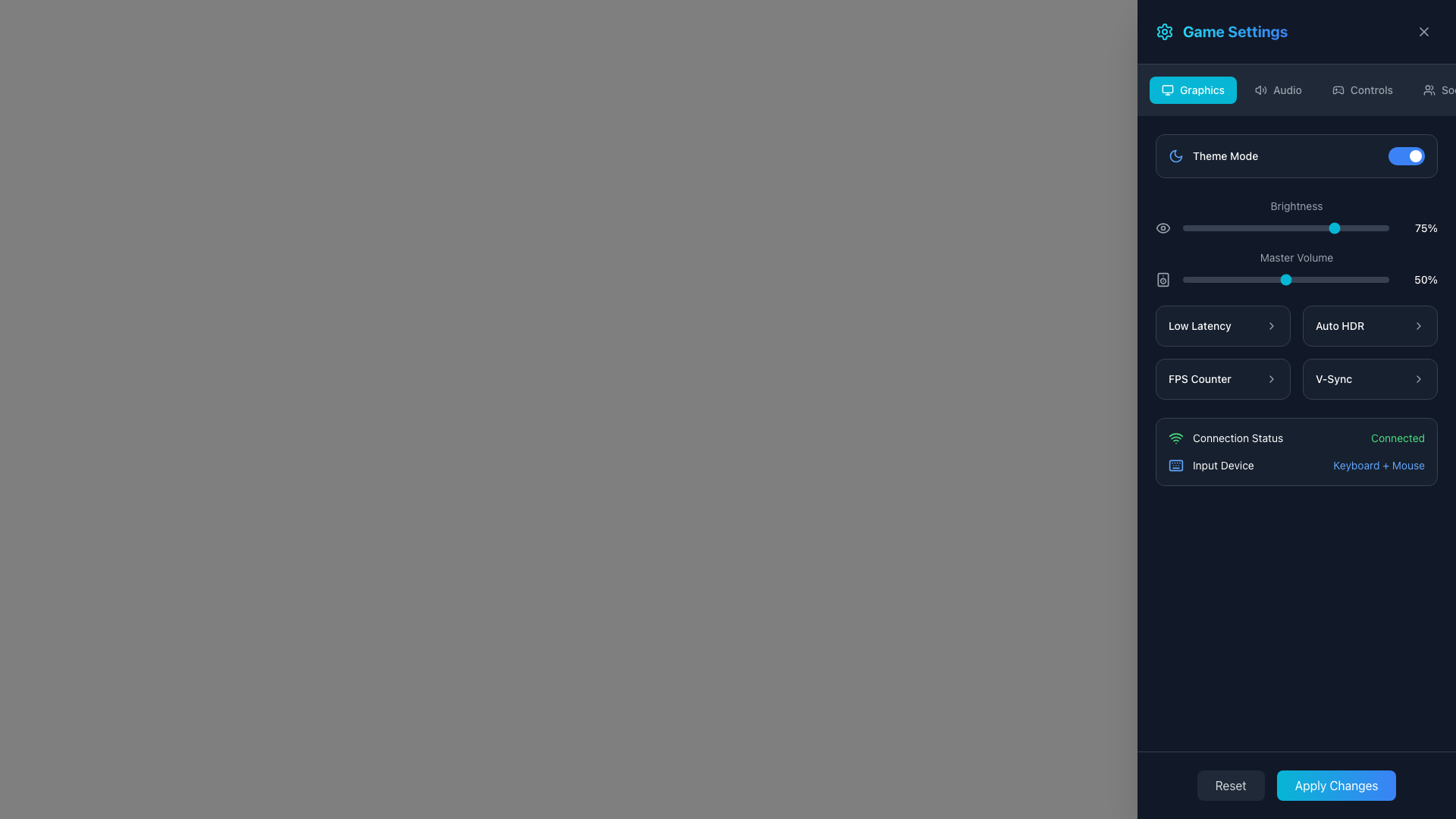 The image size is (1456, 819). Describe the element at coordinates (1167, 90) in the screenshot. I see `the computer monitor icon located to the left of the 'Graphics' button in the top navigation area of the game settings interface` at that location.